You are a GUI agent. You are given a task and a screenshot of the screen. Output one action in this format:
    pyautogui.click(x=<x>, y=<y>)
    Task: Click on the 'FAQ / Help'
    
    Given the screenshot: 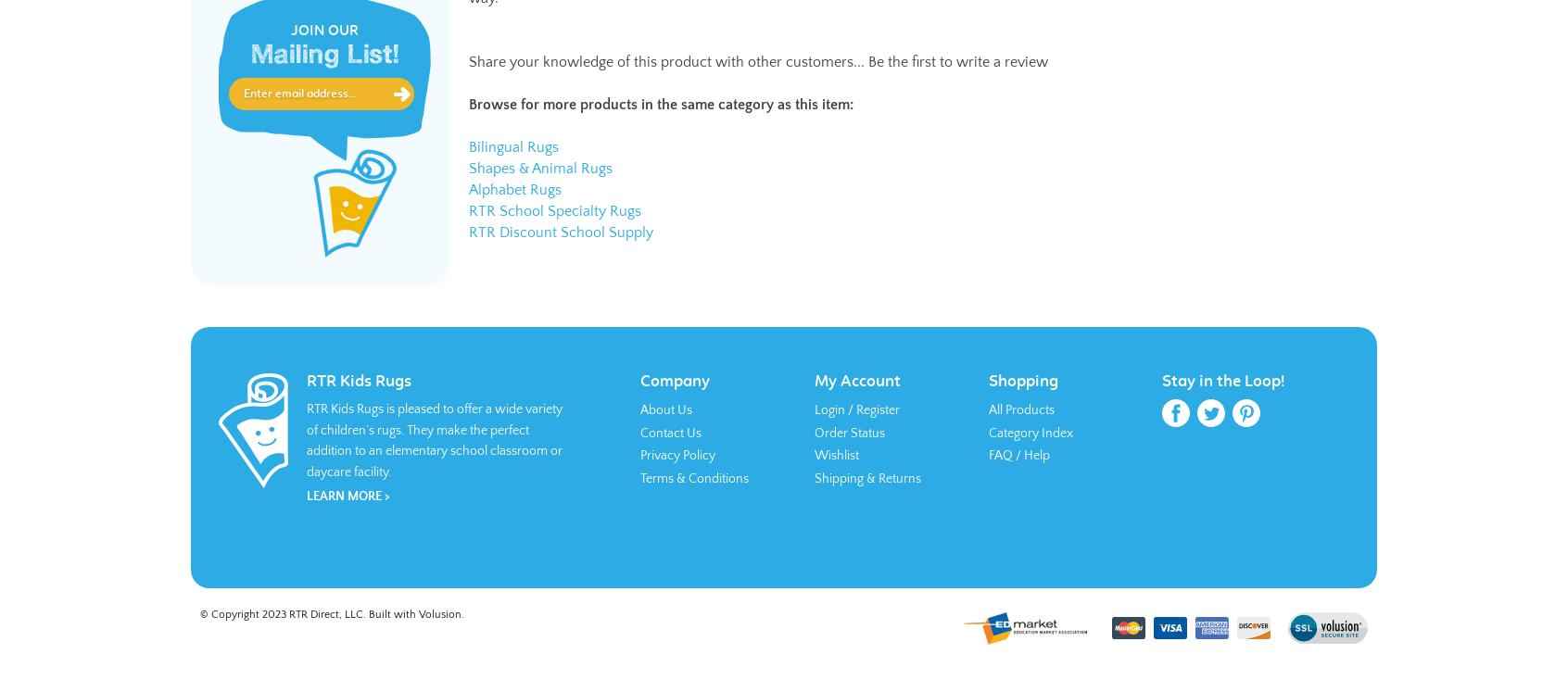 What is the action you would take?
    pyautogui.click(x=987, y=454)
    